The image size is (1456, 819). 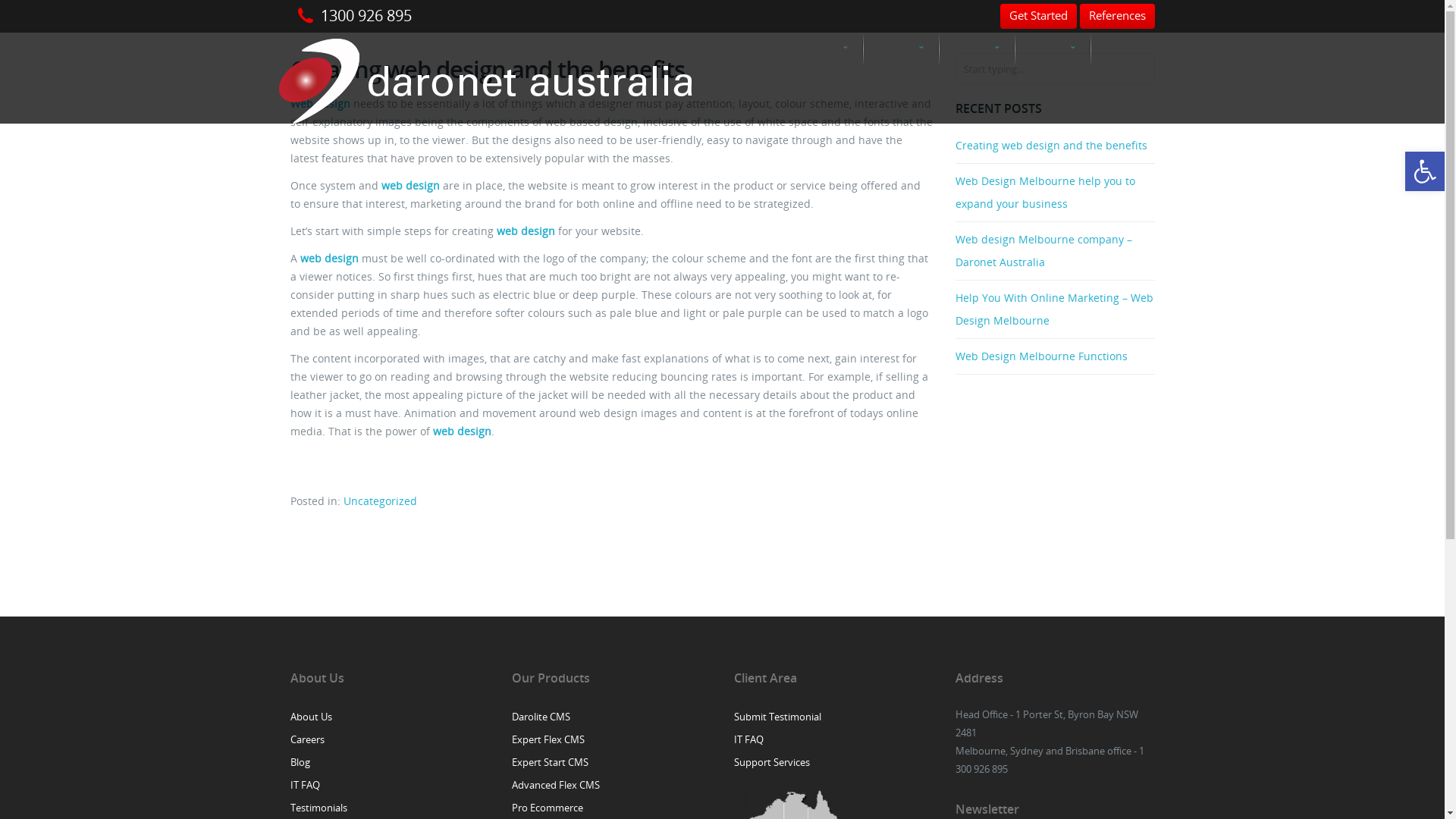 What do you see at coordinates (299, 762) in the screenshot?
I see `'Blog'` at bounding box center [299, 762].